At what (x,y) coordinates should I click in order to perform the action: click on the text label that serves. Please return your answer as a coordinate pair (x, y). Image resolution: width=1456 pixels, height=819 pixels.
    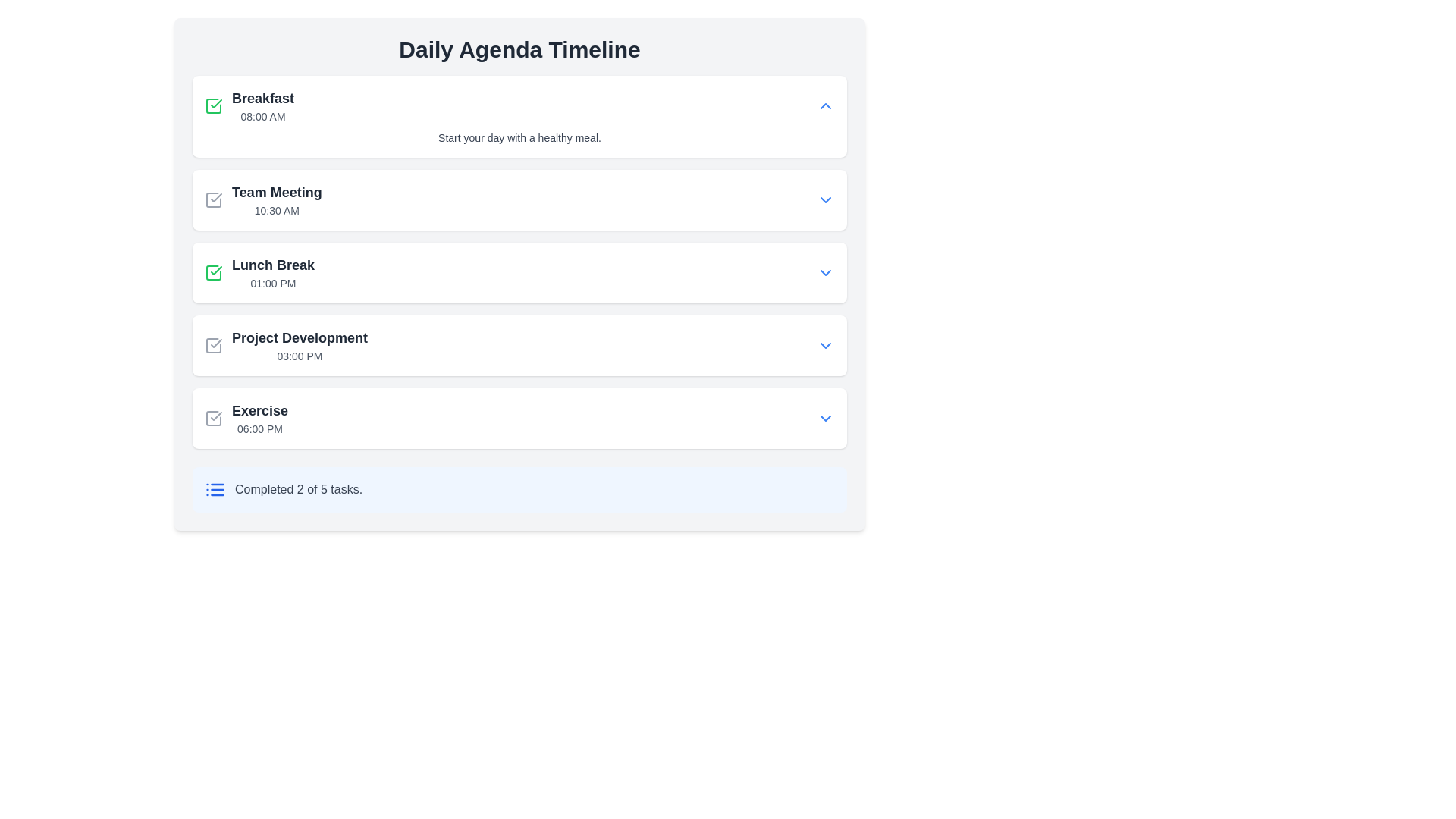
    Looking at the image, I should click on (273, 265).